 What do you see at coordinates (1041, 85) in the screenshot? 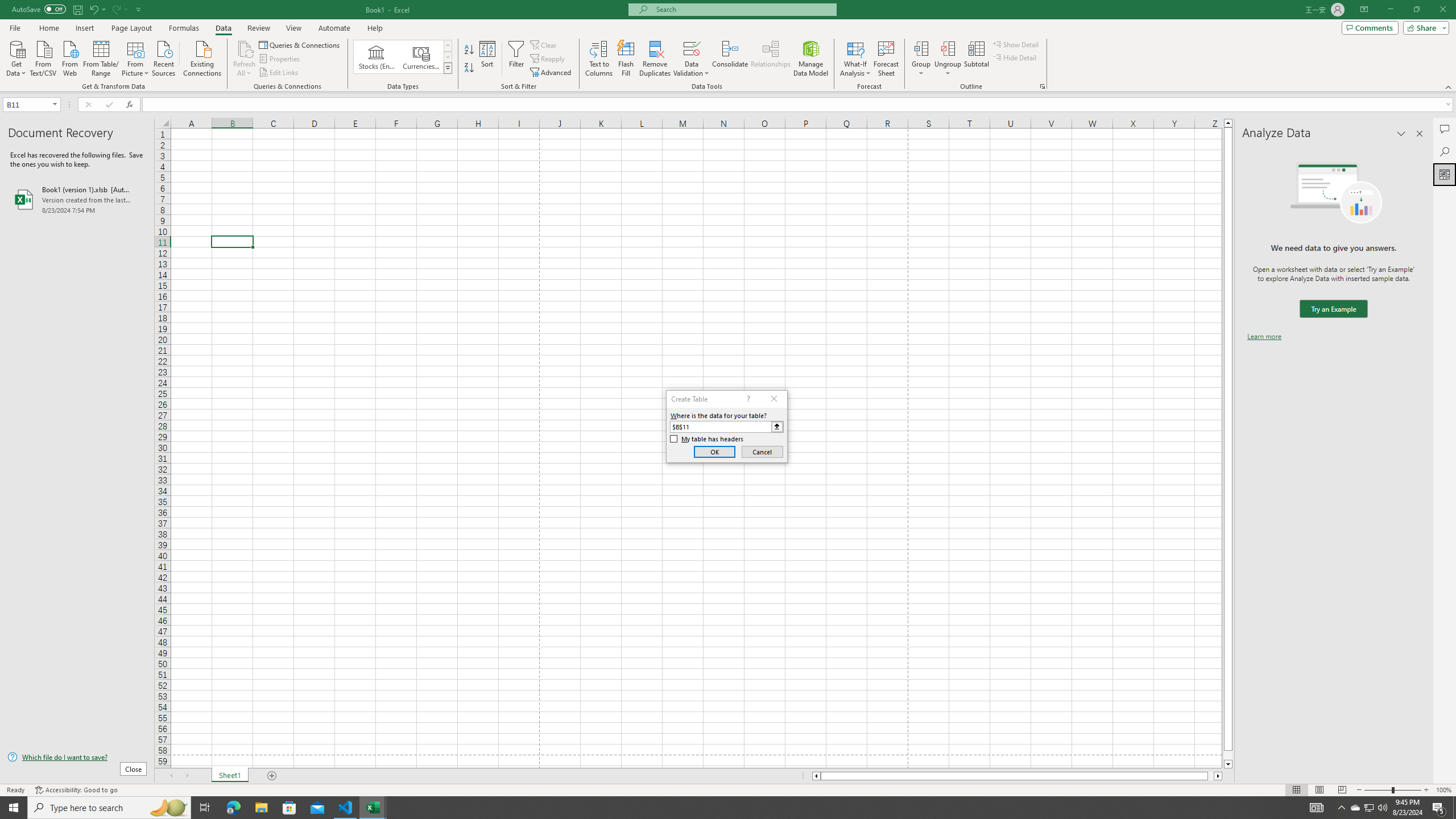
I see `'Group and Outline Settings'` at bounding box center [1041, 85].